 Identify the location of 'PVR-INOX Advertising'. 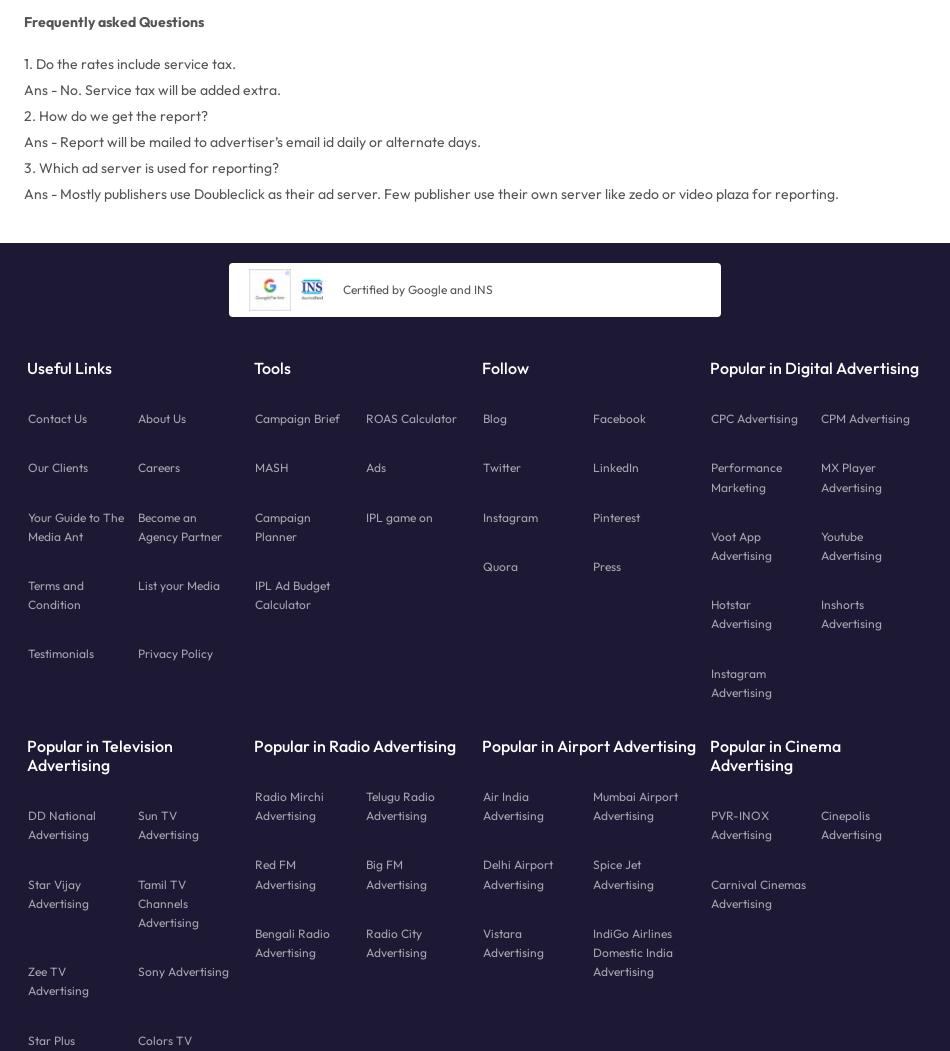
(739, 825).